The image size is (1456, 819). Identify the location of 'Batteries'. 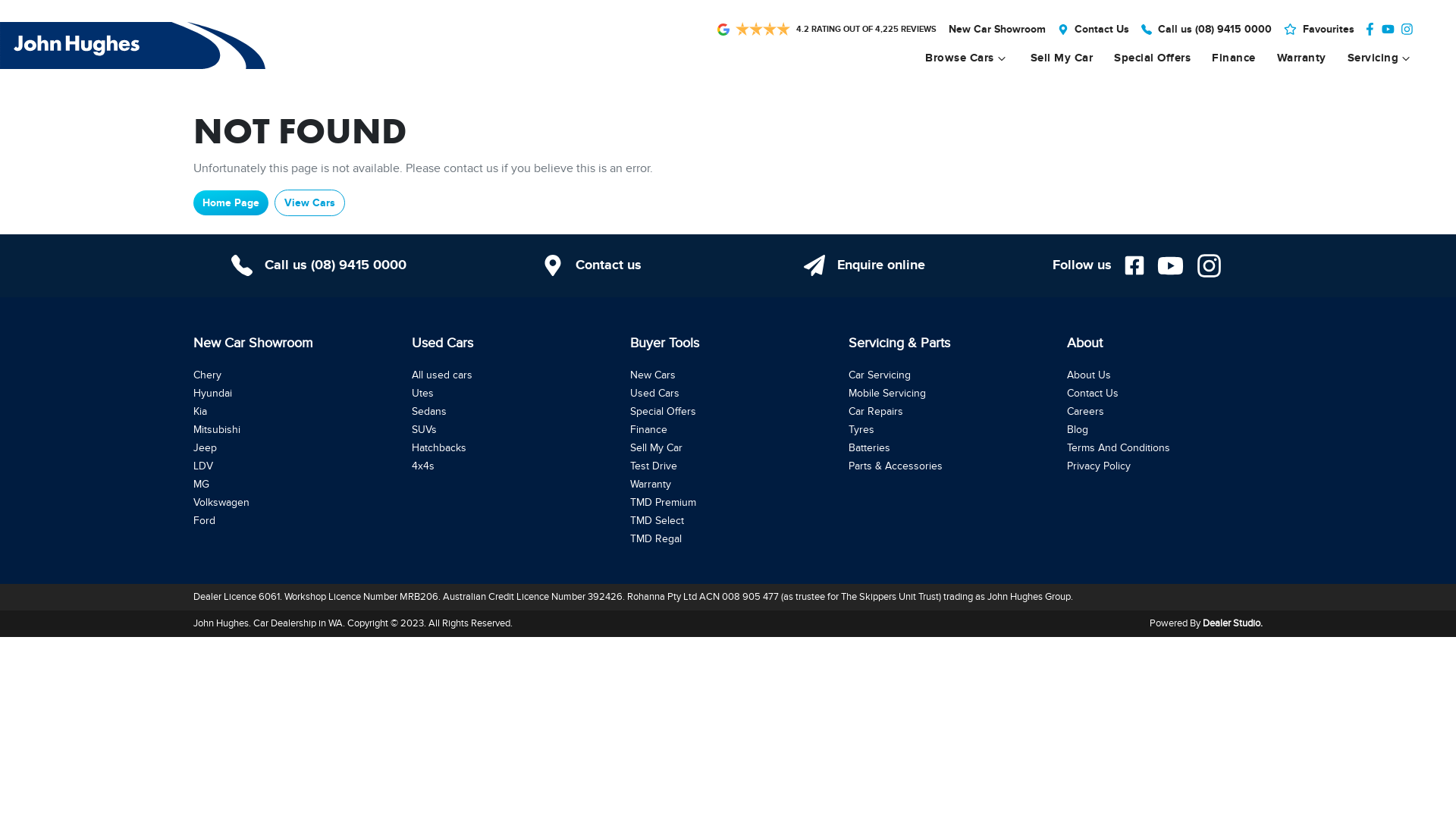
(869, 447).